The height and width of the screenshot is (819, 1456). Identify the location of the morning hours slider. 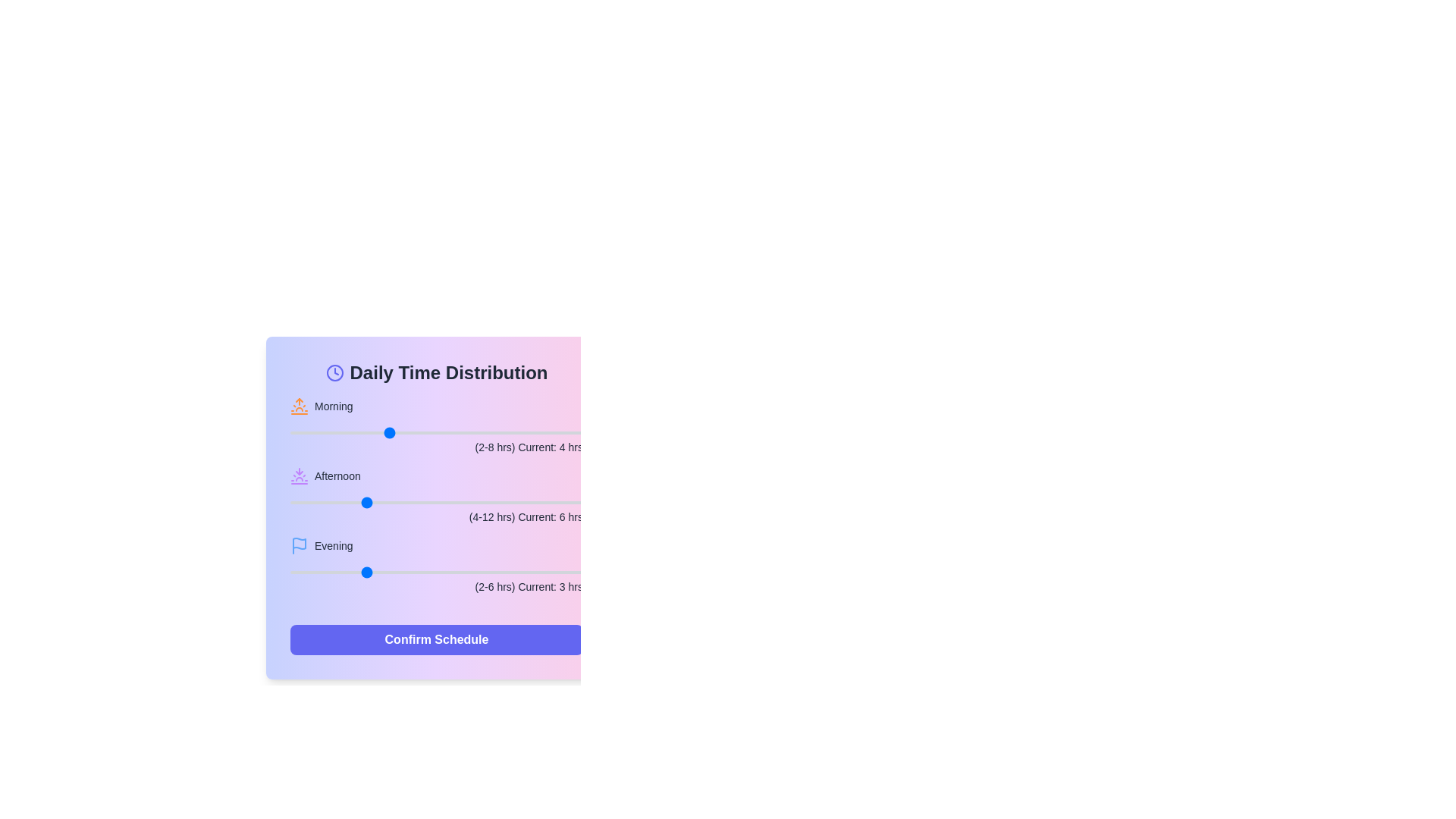
(534, 432).